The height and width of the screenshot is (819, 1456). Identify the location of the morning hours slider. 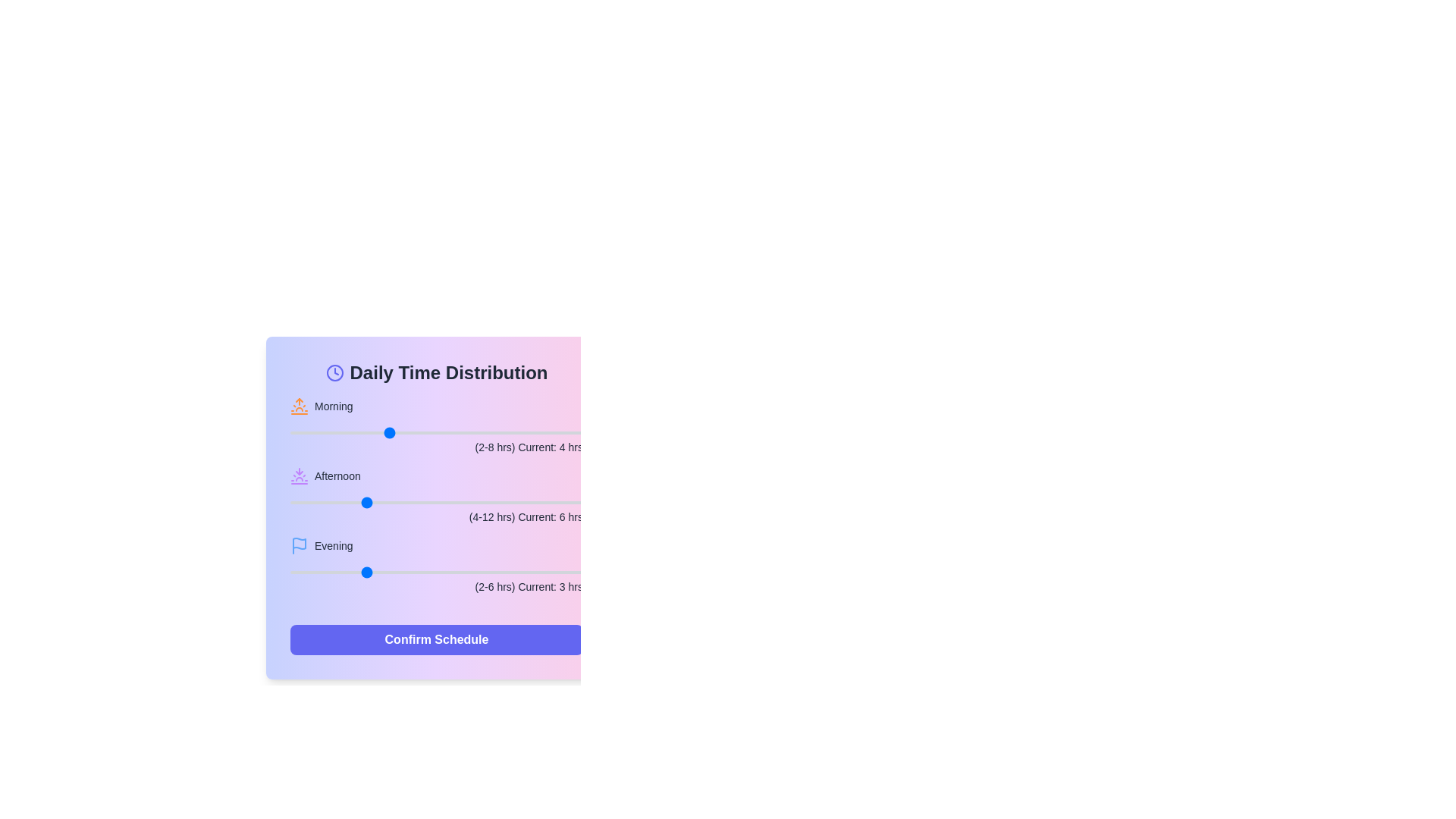
(534, 432).